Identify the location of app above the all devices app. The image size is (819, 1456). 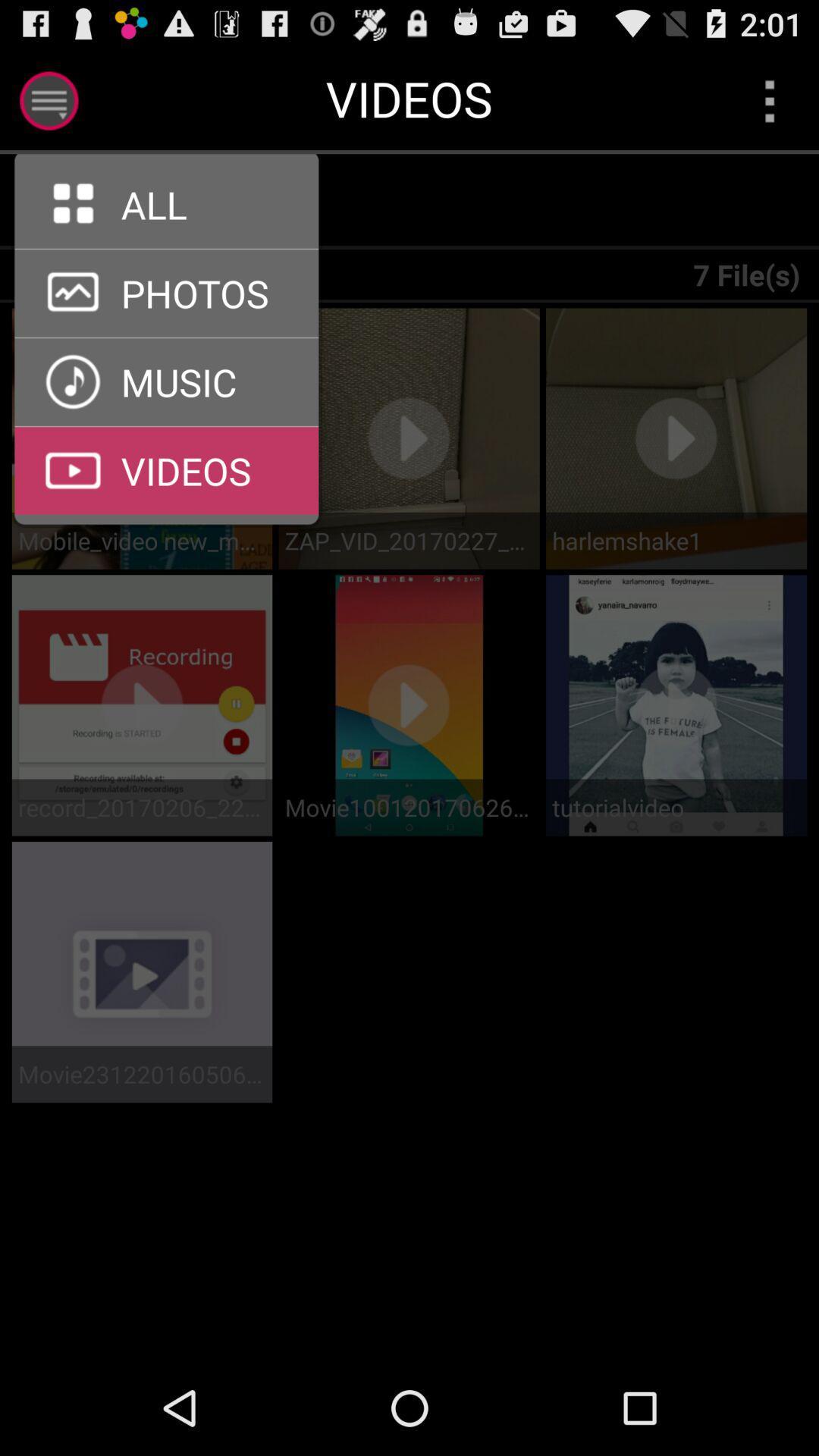
(175, 201).